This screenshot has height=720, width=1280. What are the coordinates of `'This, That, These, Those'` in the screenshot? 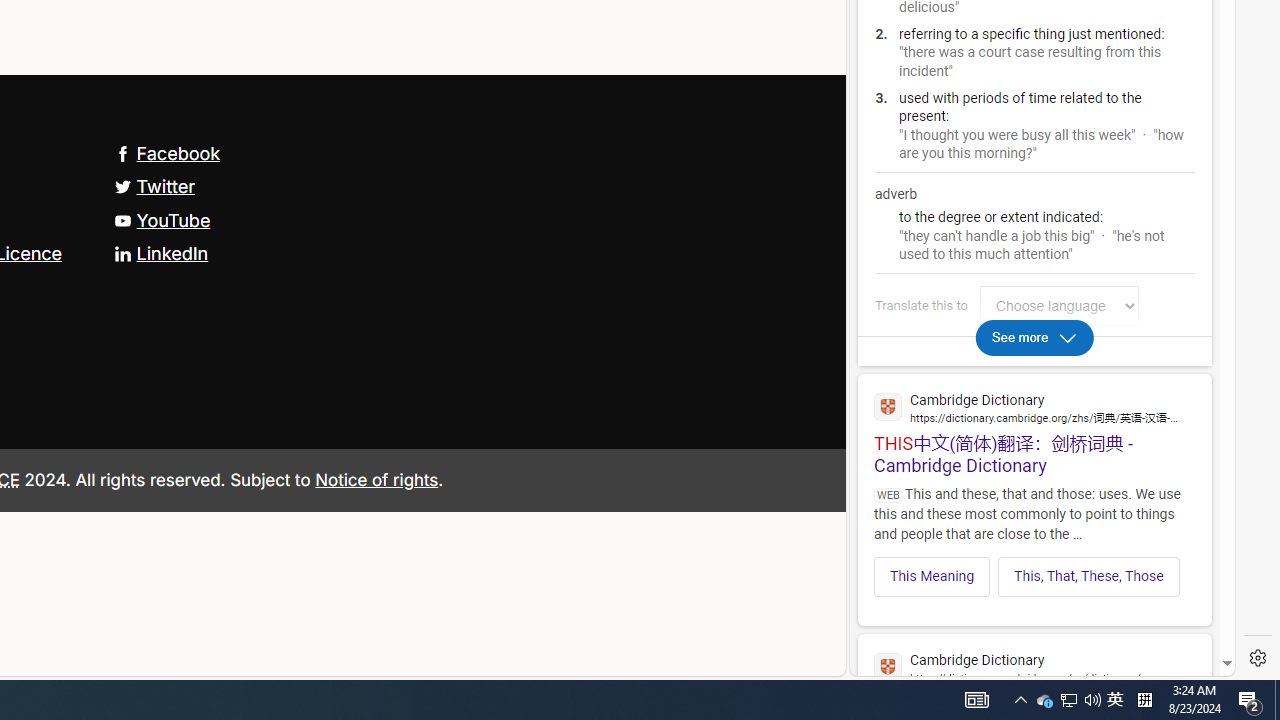 It's located at (1088, 576).